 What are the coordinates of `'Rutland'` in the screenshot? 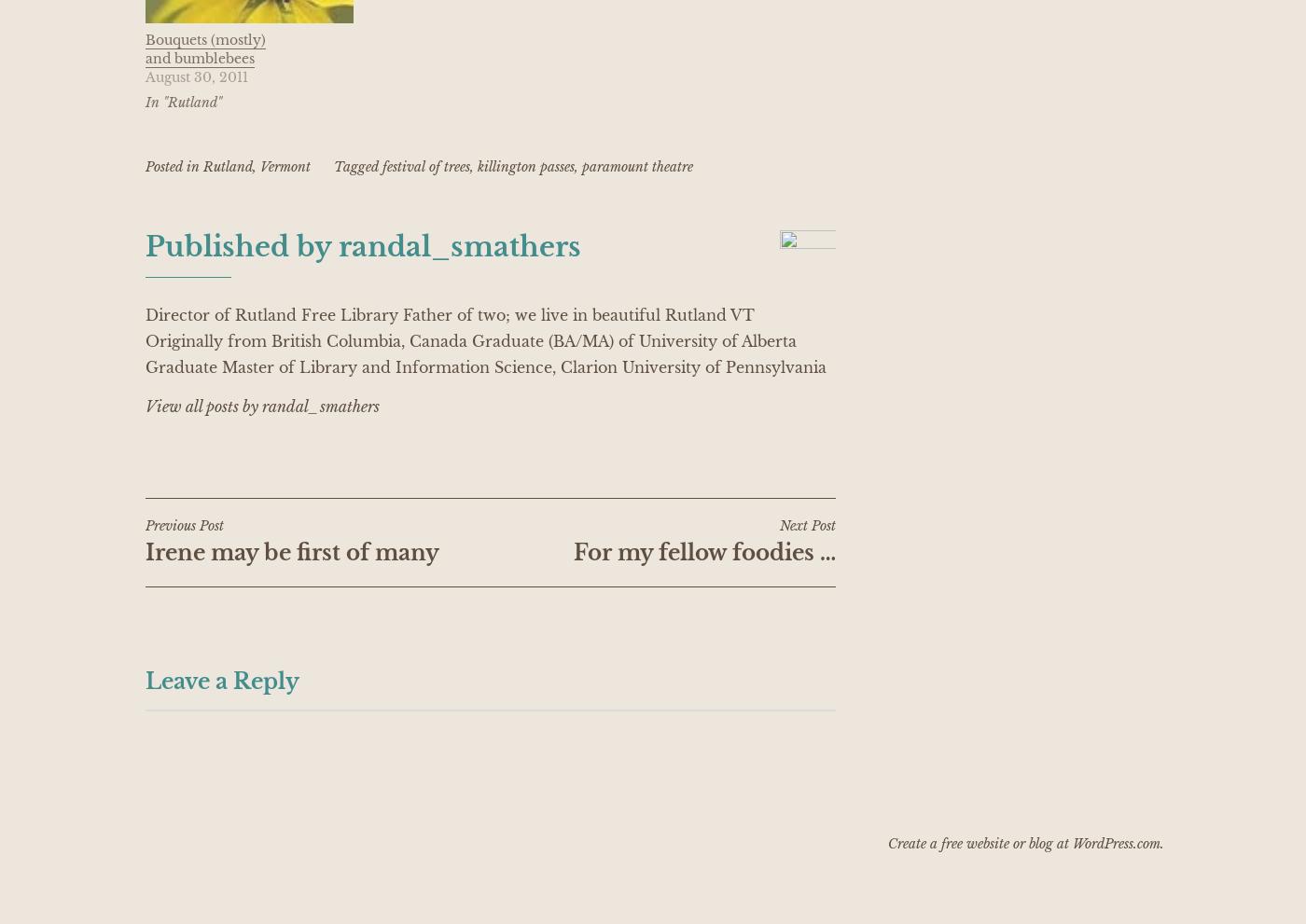 It's located at (202, 165).